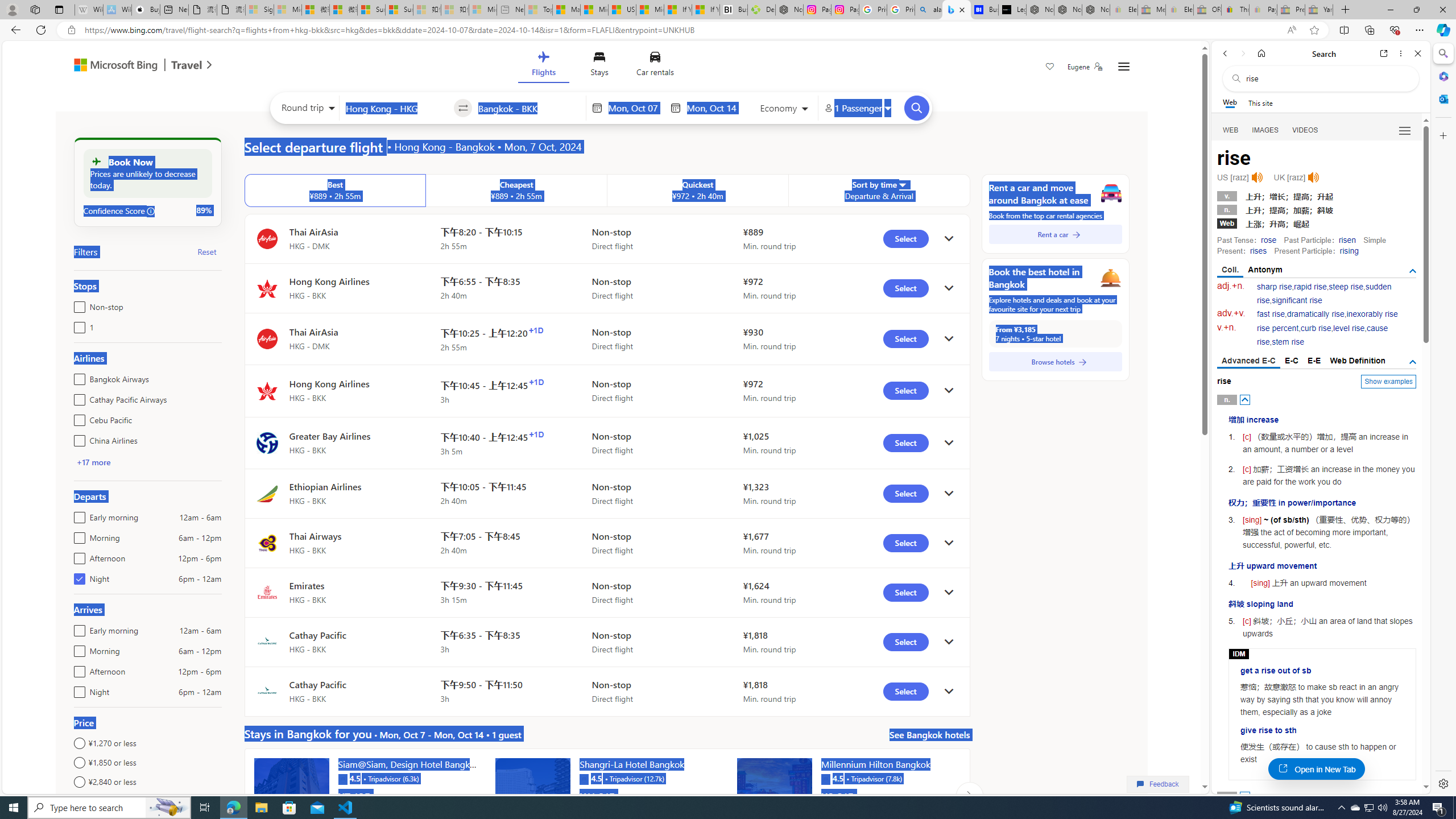 The width and height of the screenshot is (1456, 819). What do you see at coordinates (857, 107) in the screenshot?
I see `'1 Passenger'` at bounding box center [857, 107].